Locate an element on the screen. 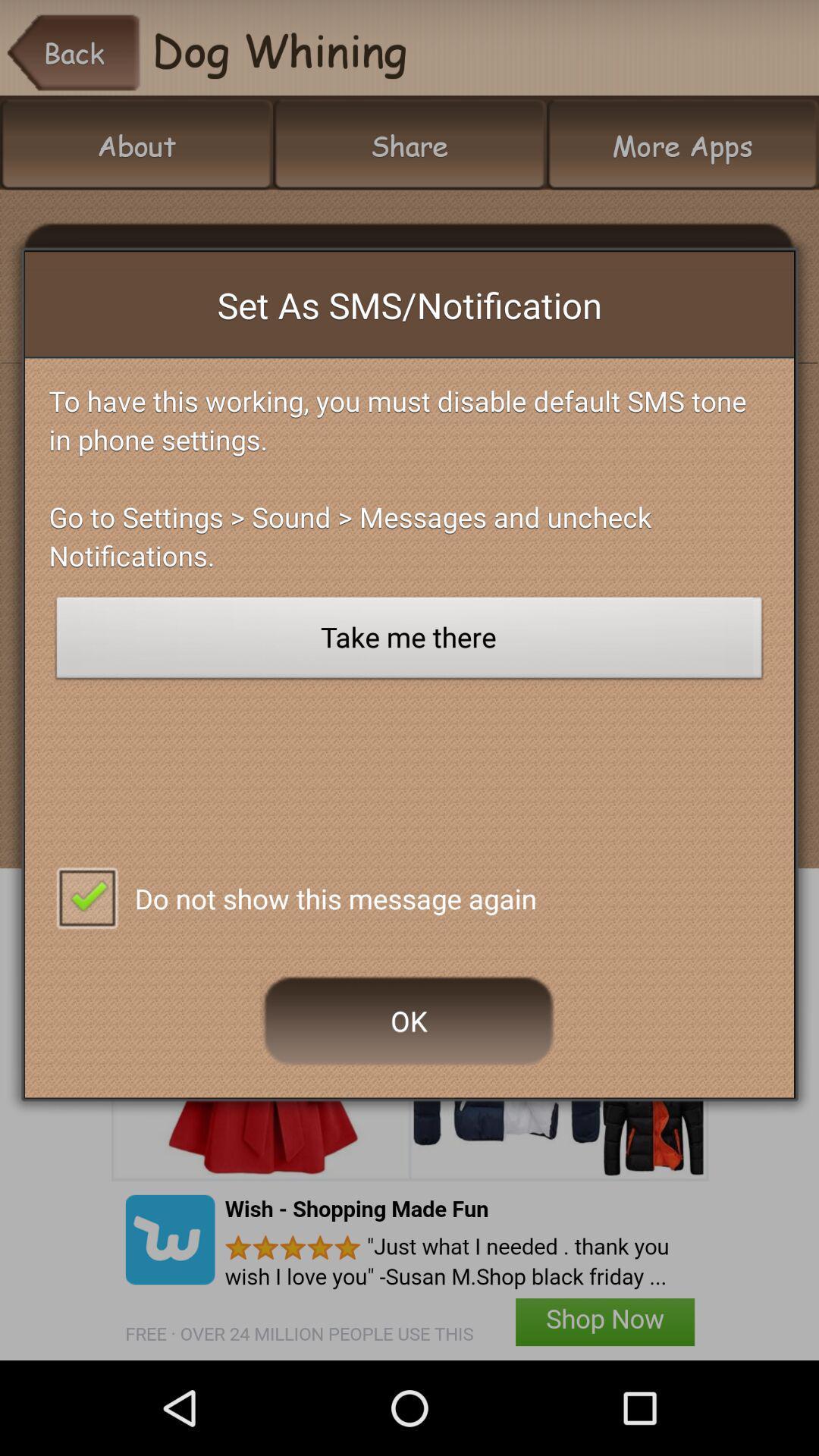 The image size is (819, 1456). tit the option to correct is located at coordinates (86, 896).